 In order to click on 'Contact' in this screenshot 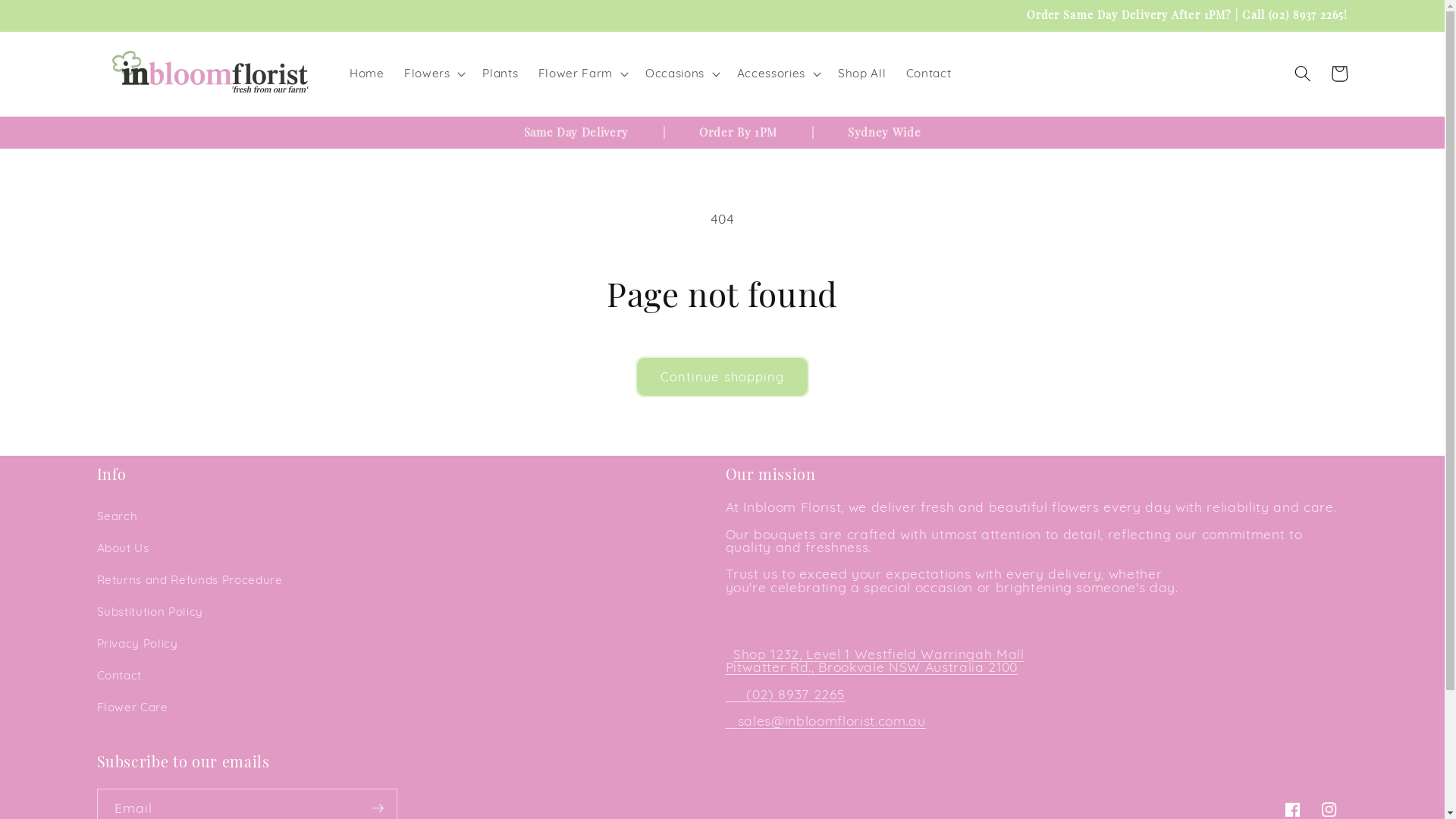, I will do `click(119, 675)`.